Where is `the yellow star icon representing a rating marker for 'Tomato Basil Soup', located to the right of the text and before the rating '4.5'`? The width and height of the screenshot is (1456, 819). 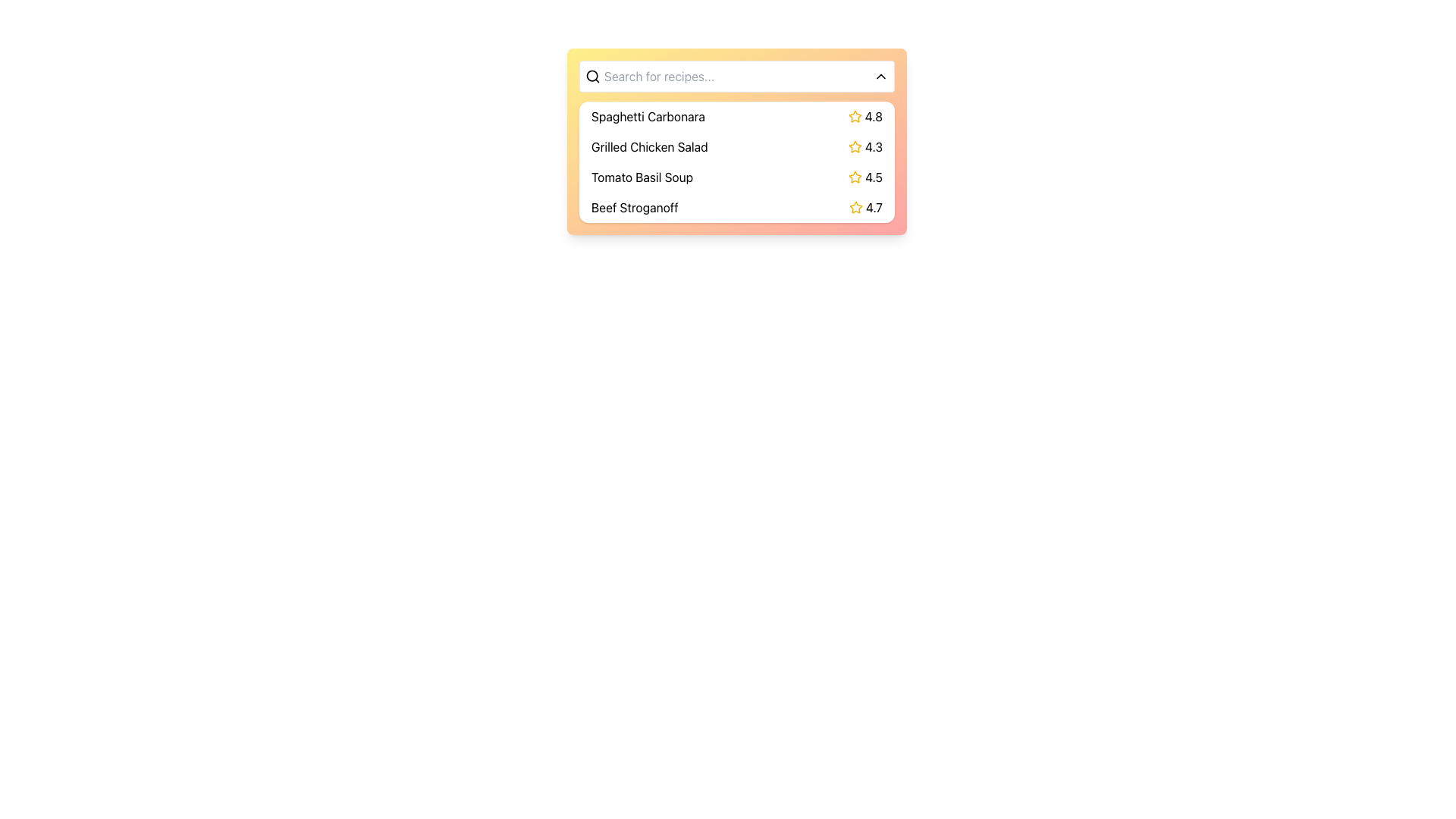 the yellow star icon representing a rating marker for 'Tomato Basil Soup', located to the right of the text and before the rating '4.5' is located at coordinates (855, 177).